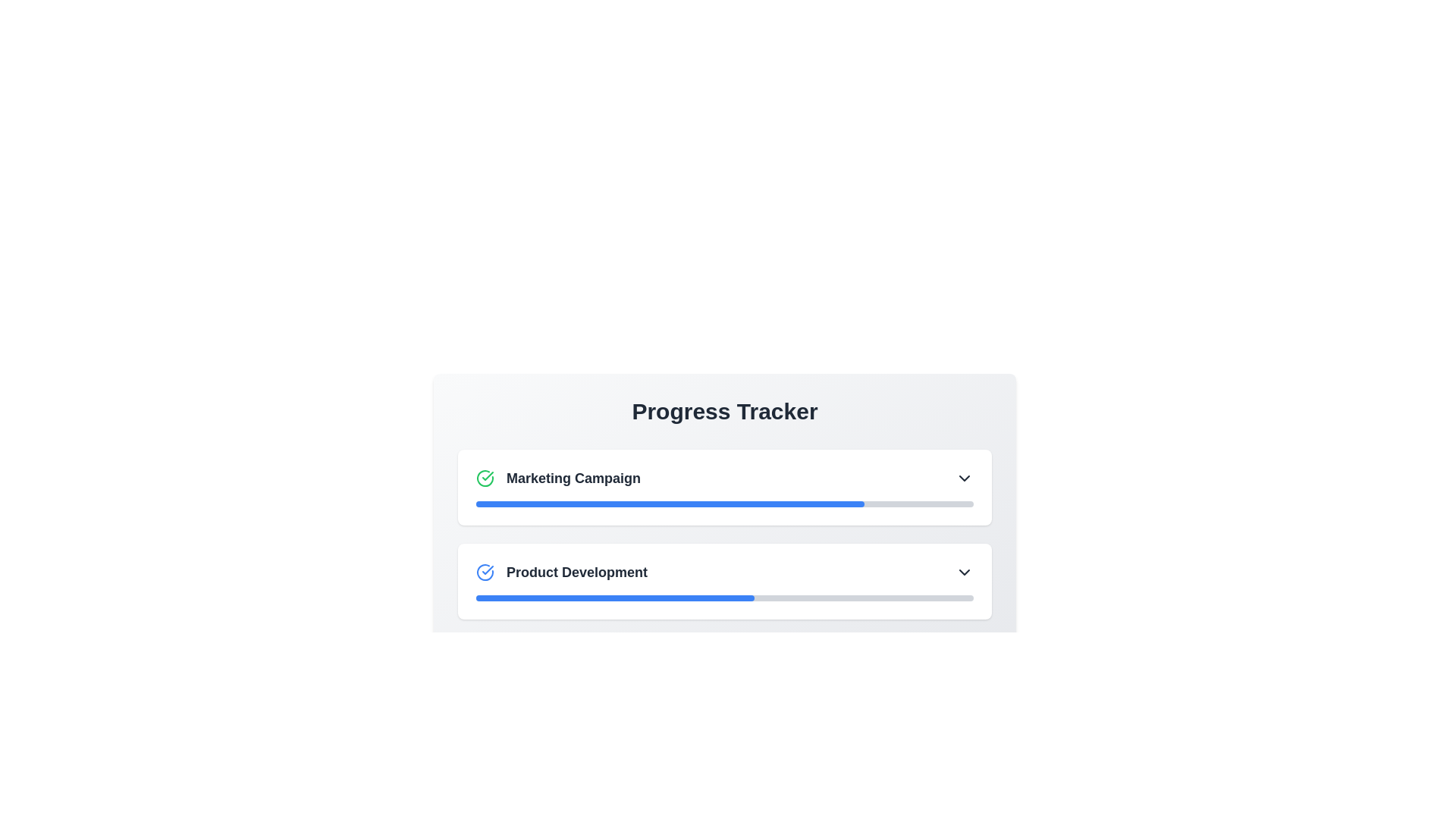 The height and width of the screenshot is (819, 1456). What do you see at coordinates (723, 598) in the screenshot?
I see `the progress representation of the Progress Indicator located in the 'Product Development' section under 'Progress Tracker'` at bounding box center [723, 598].